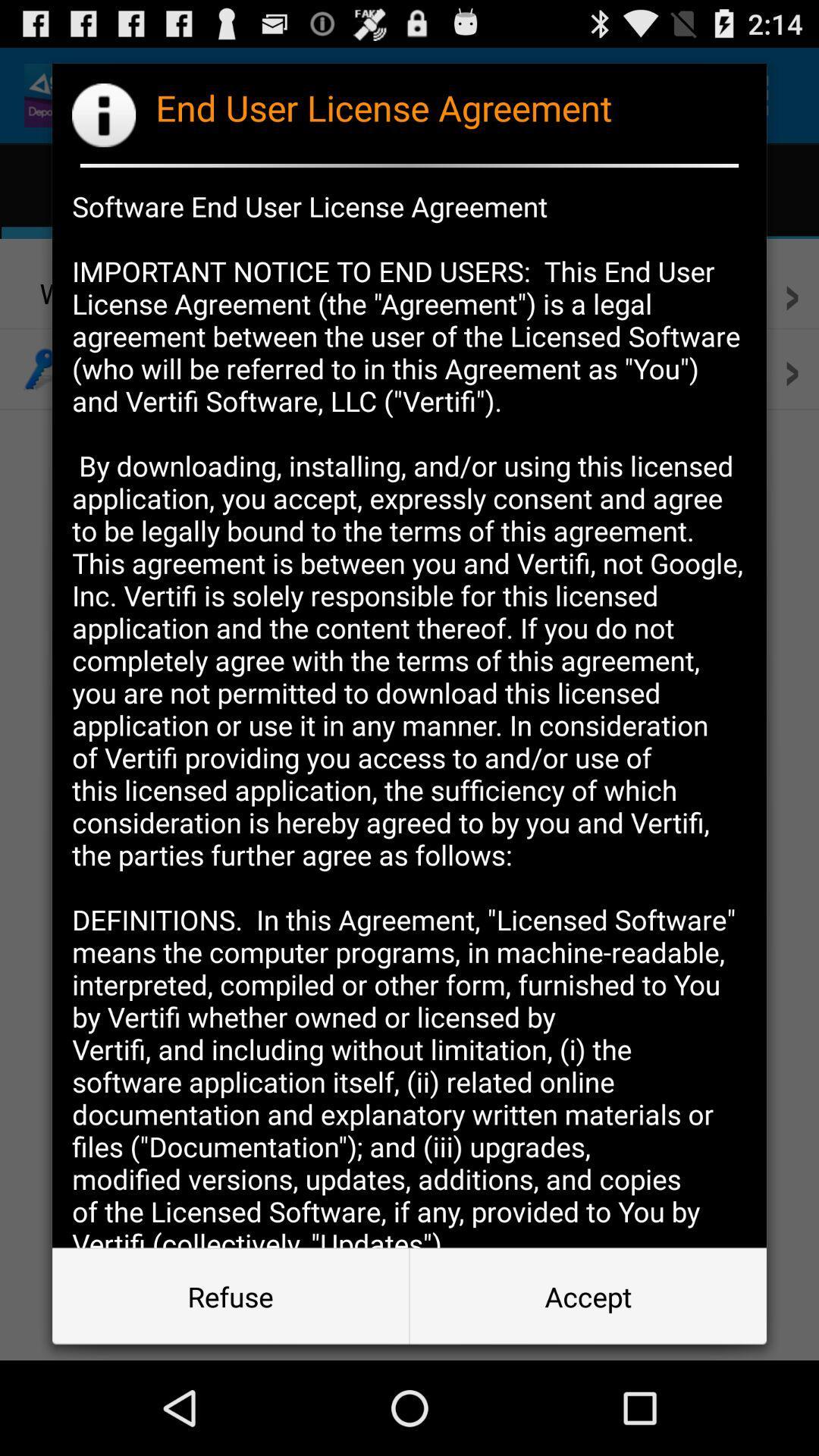 Image resolution: width=819 pixels, height=1456 pixels. I want to click on button to the left of the accept button, so click(231, 1295).